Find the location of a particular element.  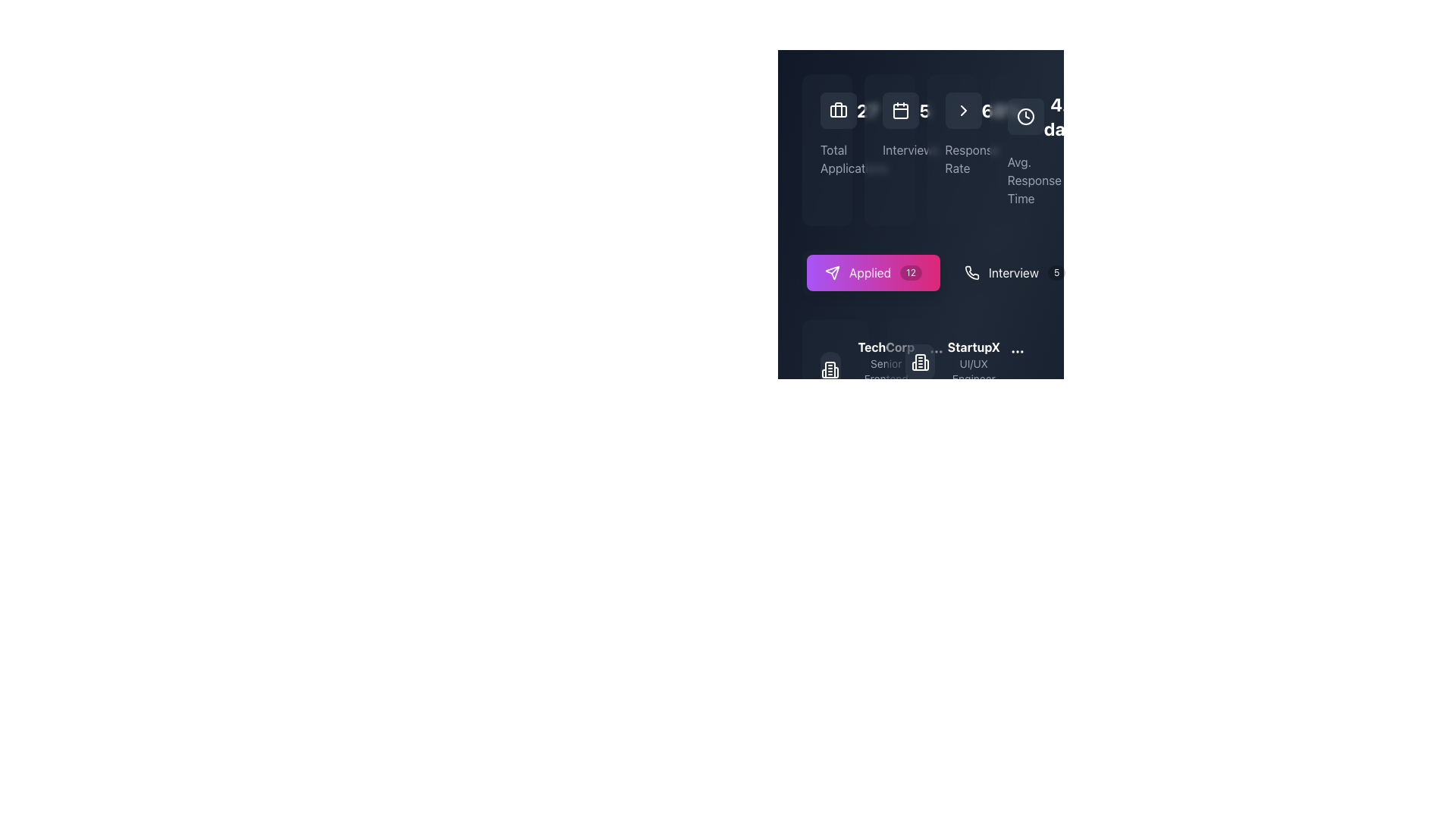

the decorative UI component within the briefcase icon located at the top-left corner of the grid displaying summarized statistics is located at coordinates (837, 110).